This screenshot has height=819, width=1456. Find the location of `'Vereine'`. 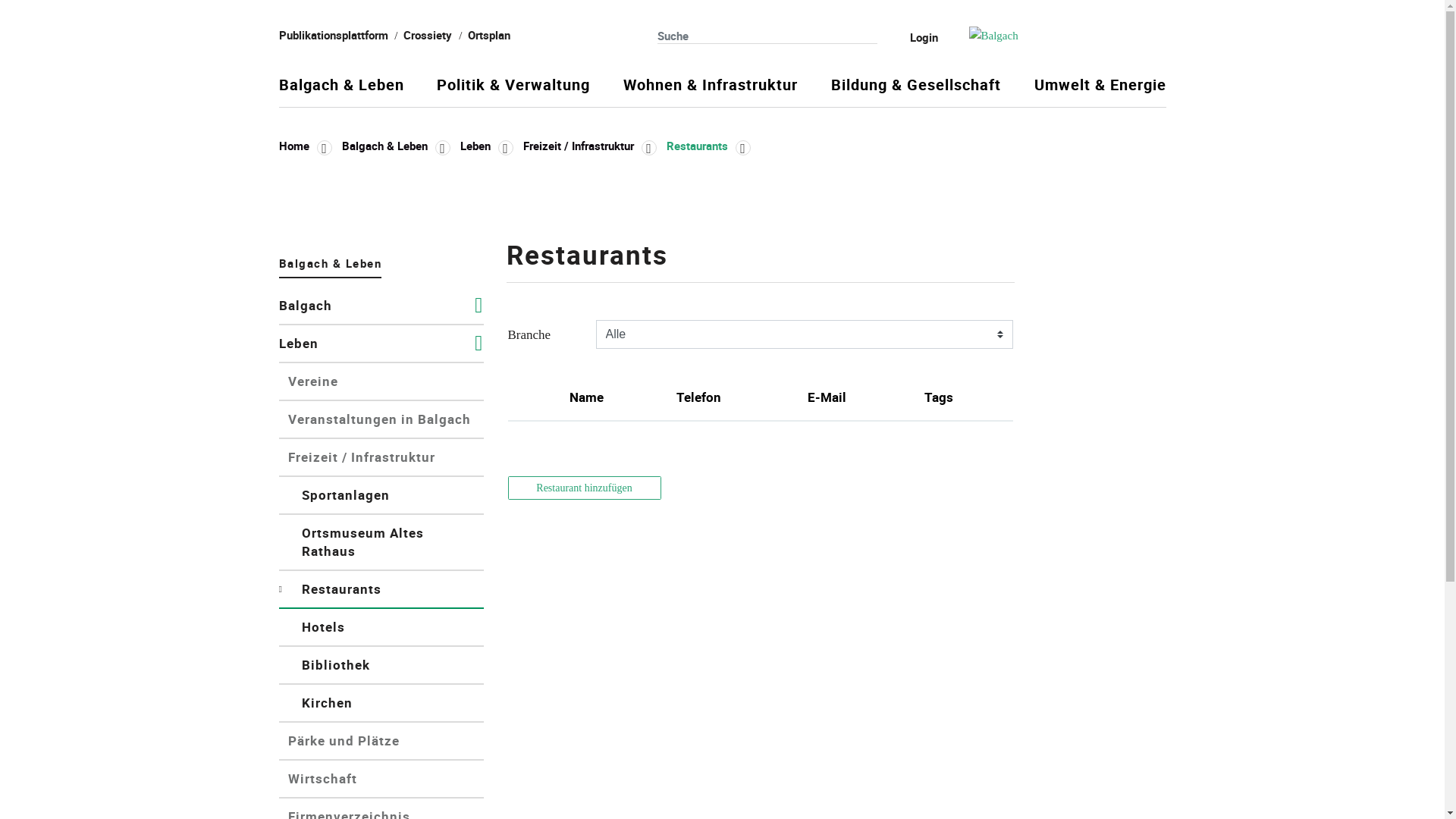

'Vereine' is located at coordinates (381, 381).